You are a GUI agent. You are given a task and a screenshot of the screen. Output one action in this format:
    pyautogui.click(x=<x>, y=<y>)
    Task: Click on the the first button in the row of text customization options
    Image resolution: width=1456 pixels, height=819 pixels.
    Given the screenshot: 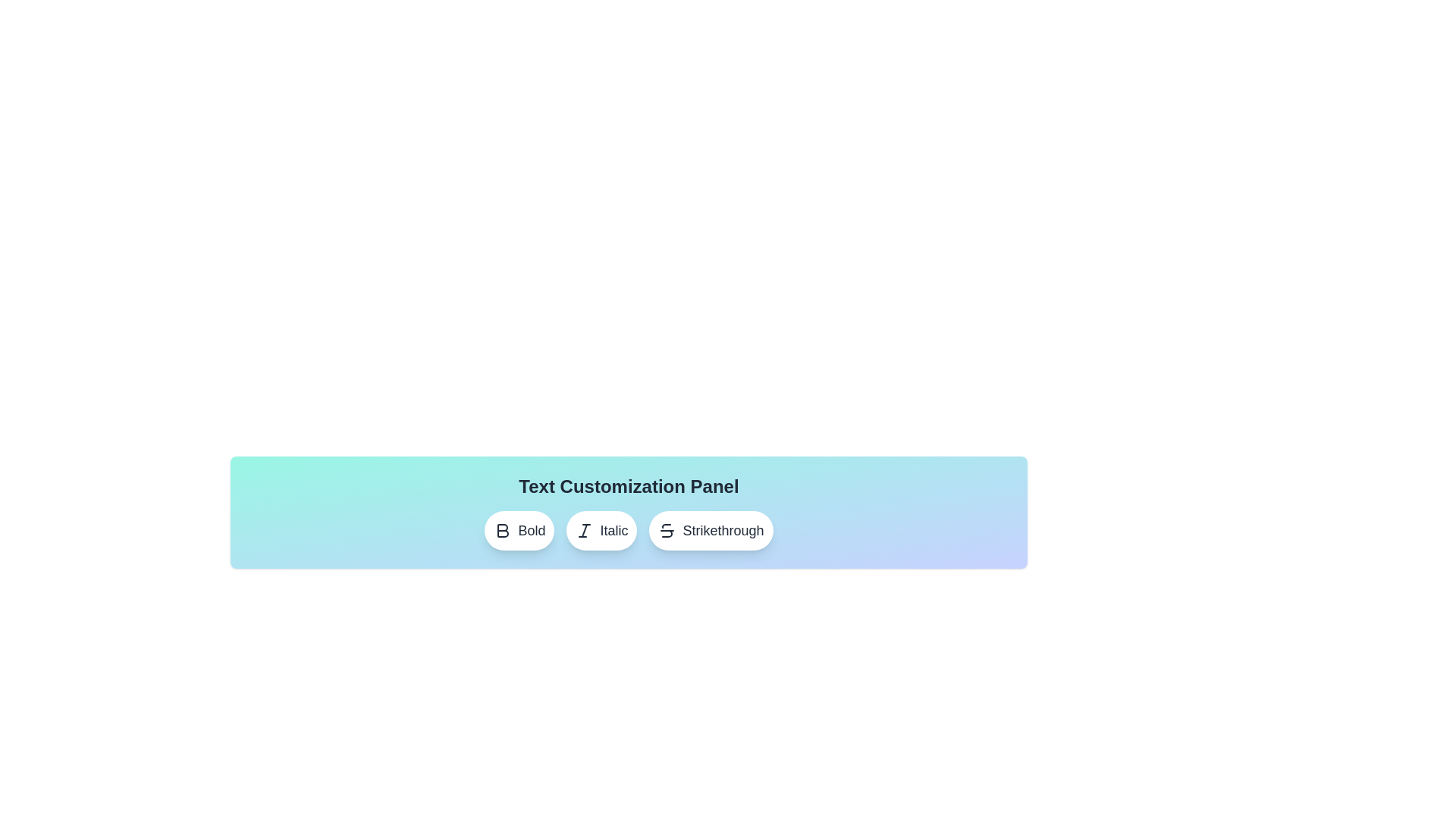 What is the action you would take?
    pyautogui.click(x=519, y=529)
    